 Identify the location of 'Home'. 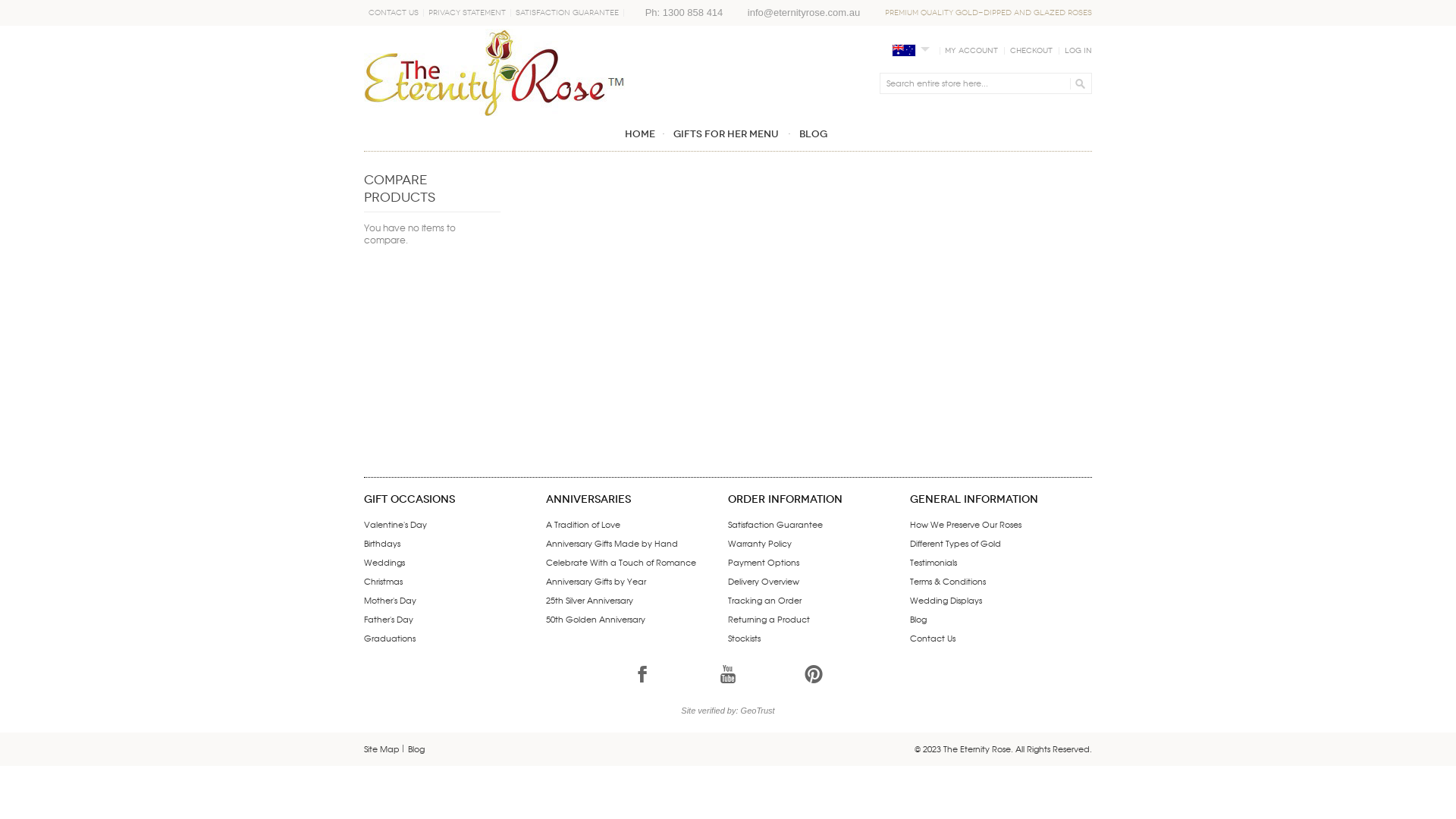
(642, 133).